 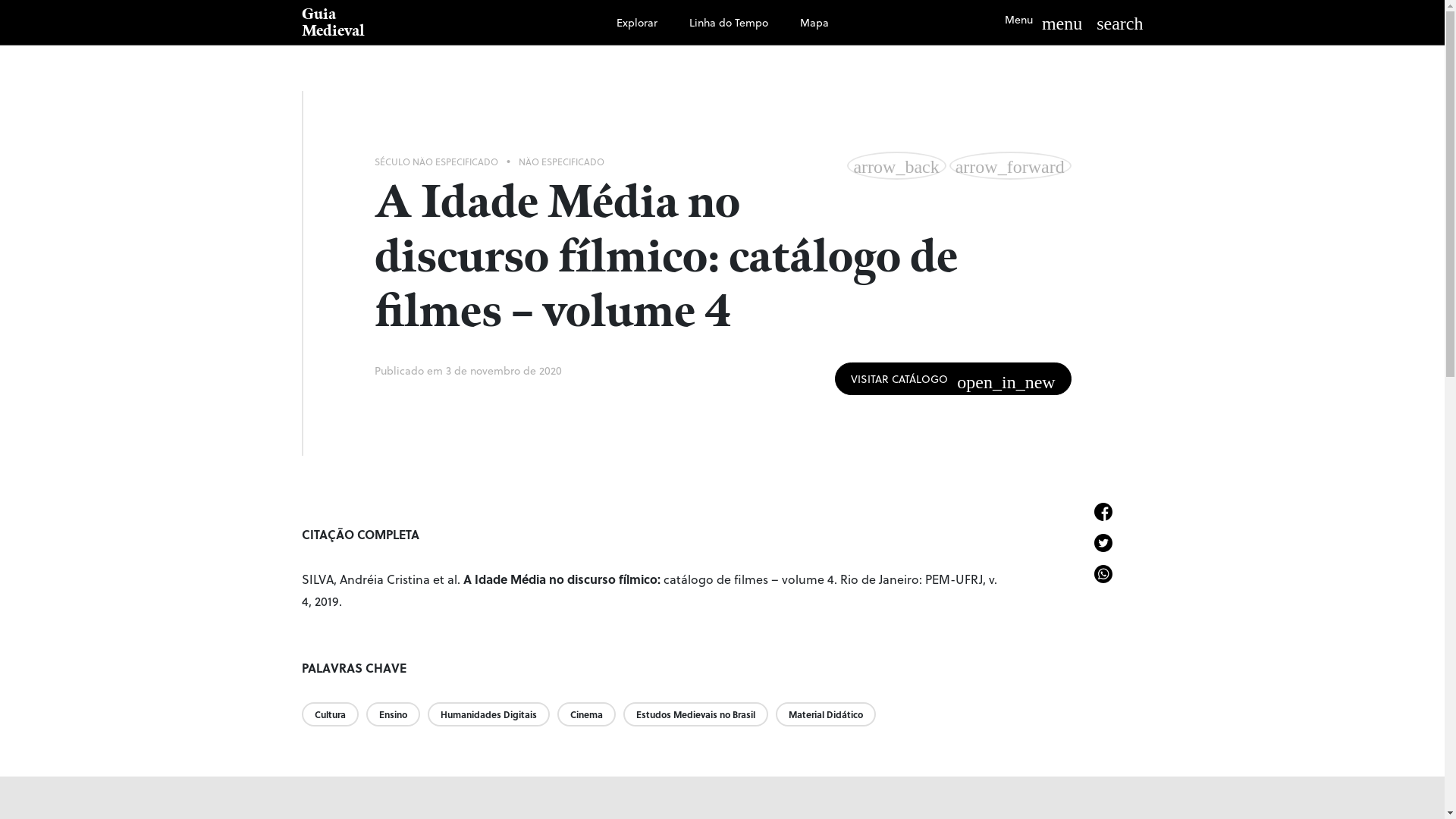 What do you see at coordinates (896, 165) in the screenshot?
I see `'arrow_back'` at bounding box center [896, 165].